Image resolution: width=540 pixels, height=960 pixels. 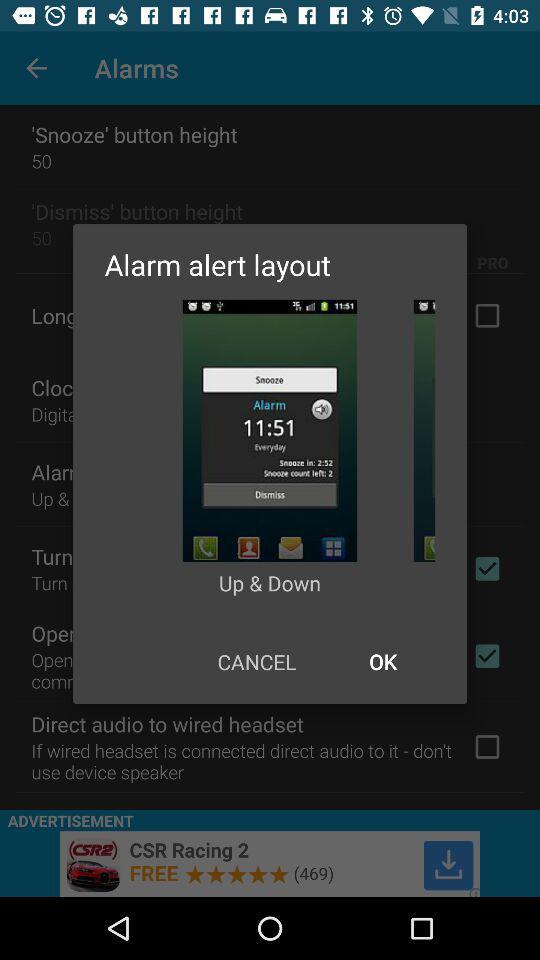 I want to click on item next to cancel icon, so click(x=382, y=661).